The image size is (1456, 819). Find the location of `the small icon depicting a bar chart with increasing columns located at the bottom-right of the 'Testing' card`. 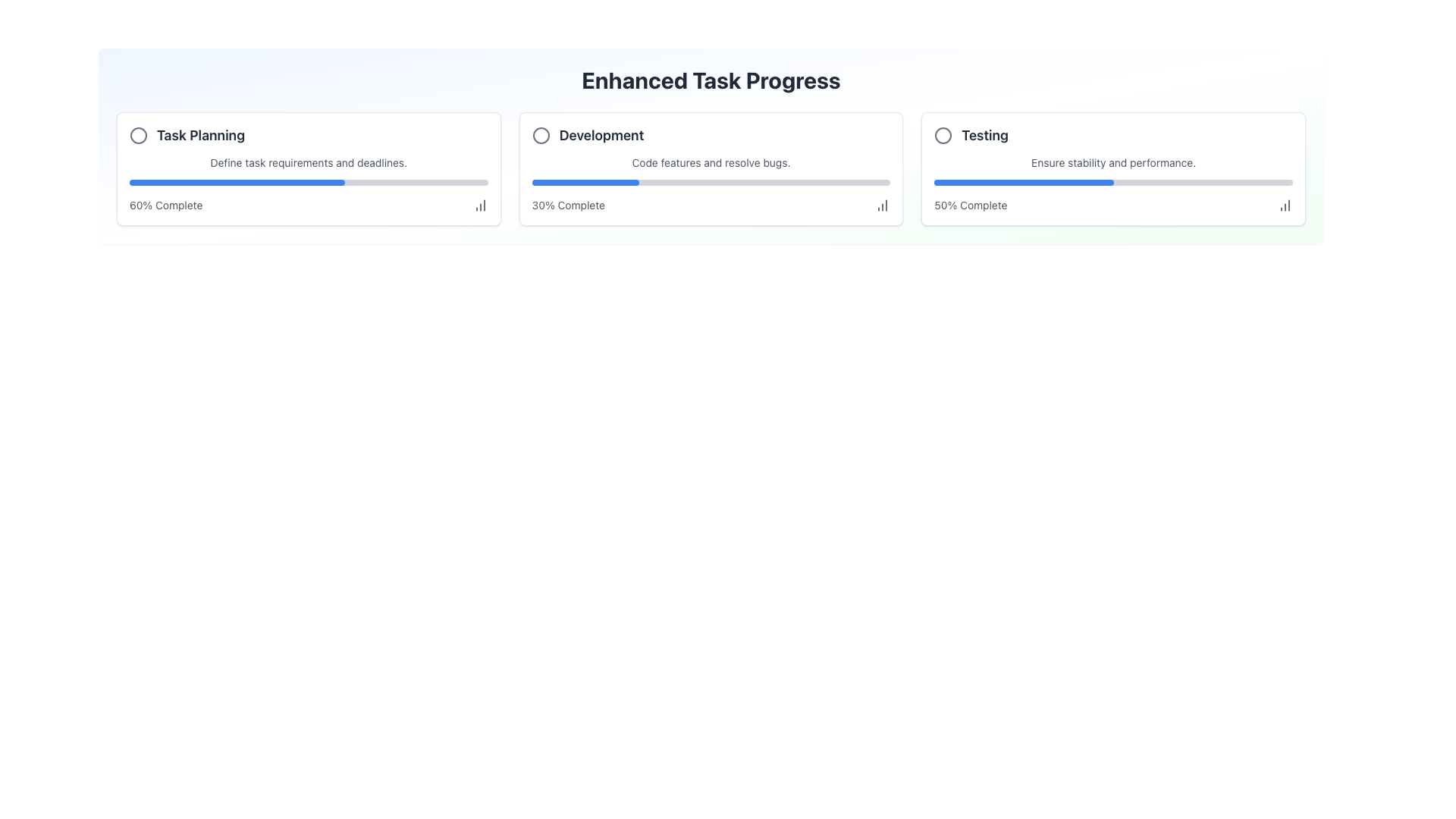

the small icon depicting a bar chart with increasing columns located at the bottom-right of the 'Testing' card is located at coordinates (1284, 205).